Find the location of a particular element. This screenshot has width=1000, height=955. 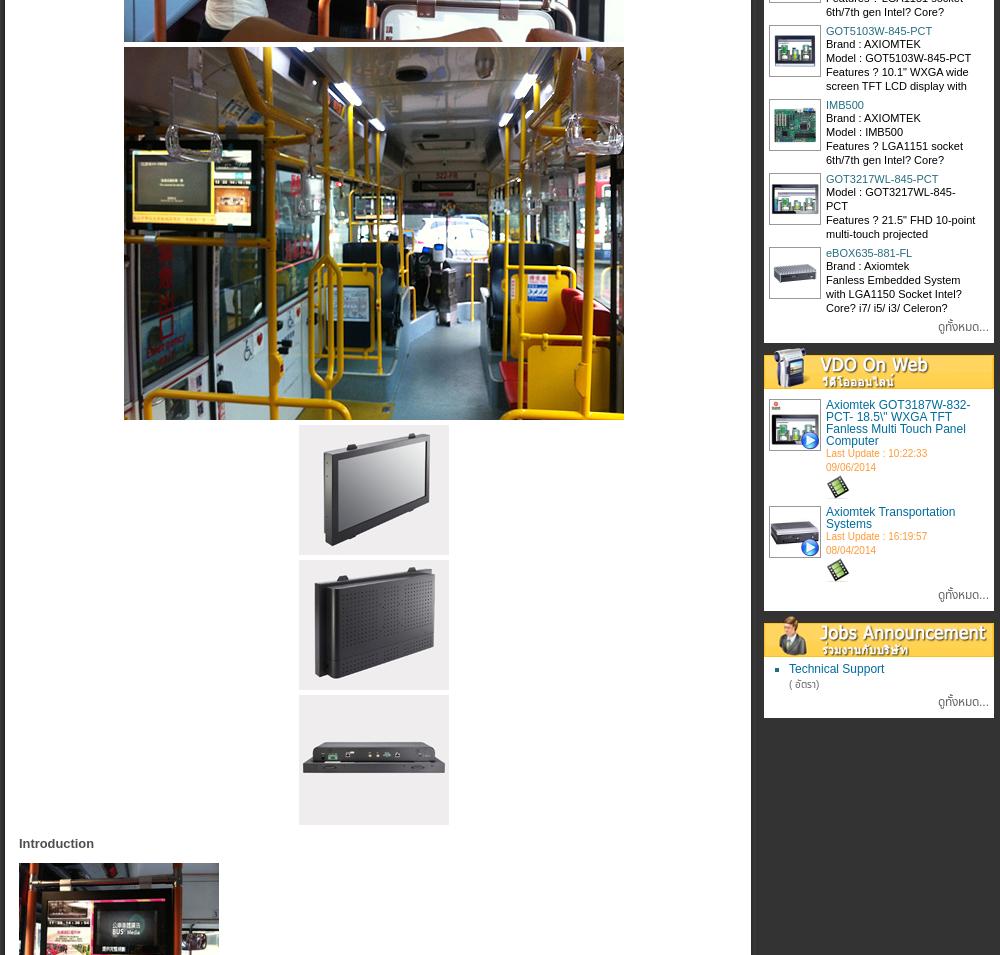

'Axiomtek GOT3187W-832-PCT- 18.5\" WXGA TFT Fanless Multi Touch Panel Computer' is located at coordinates (898, 421).